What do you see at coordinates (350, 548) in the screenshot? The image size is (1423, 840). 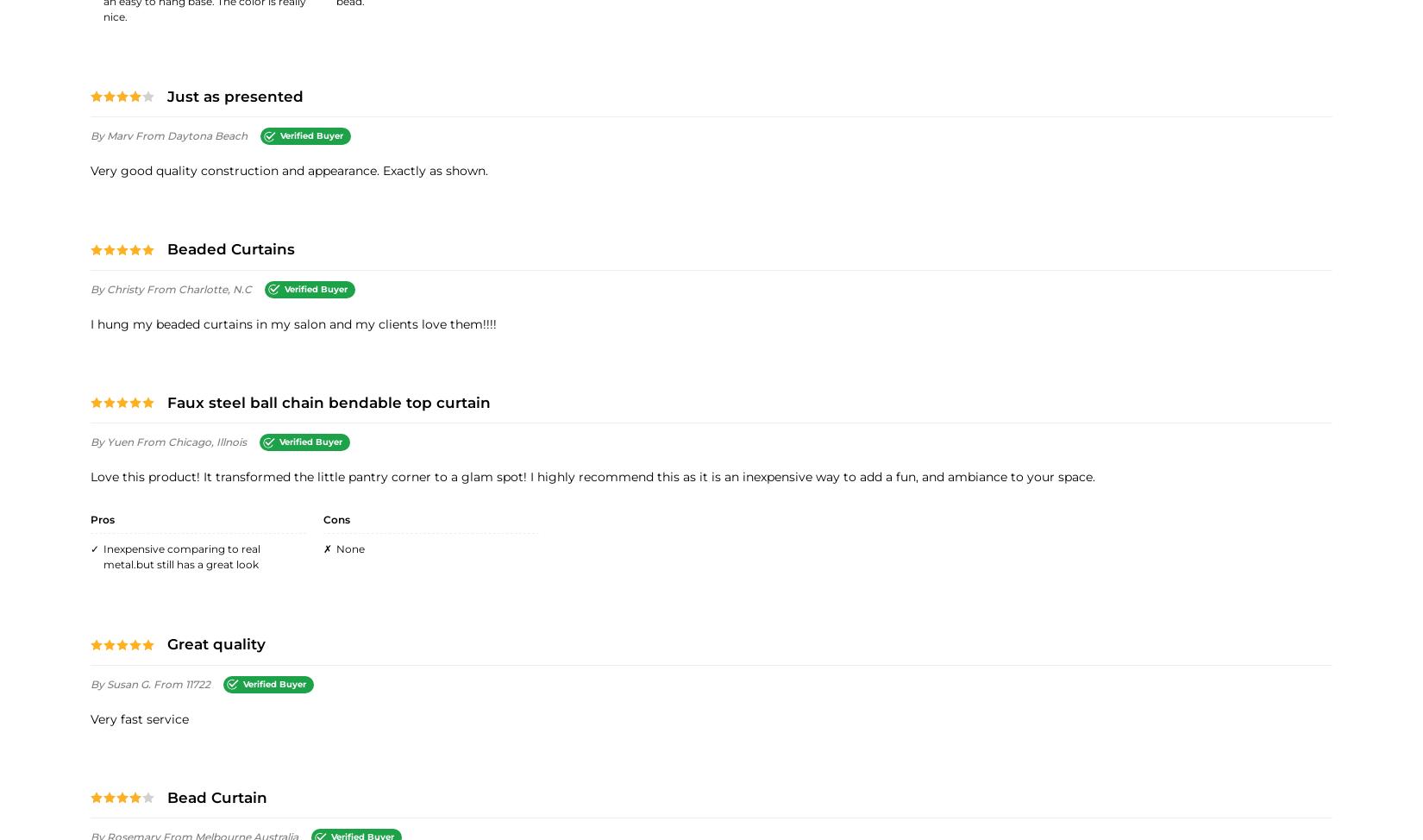 I see `'None'` at bounding box center [350, 548].